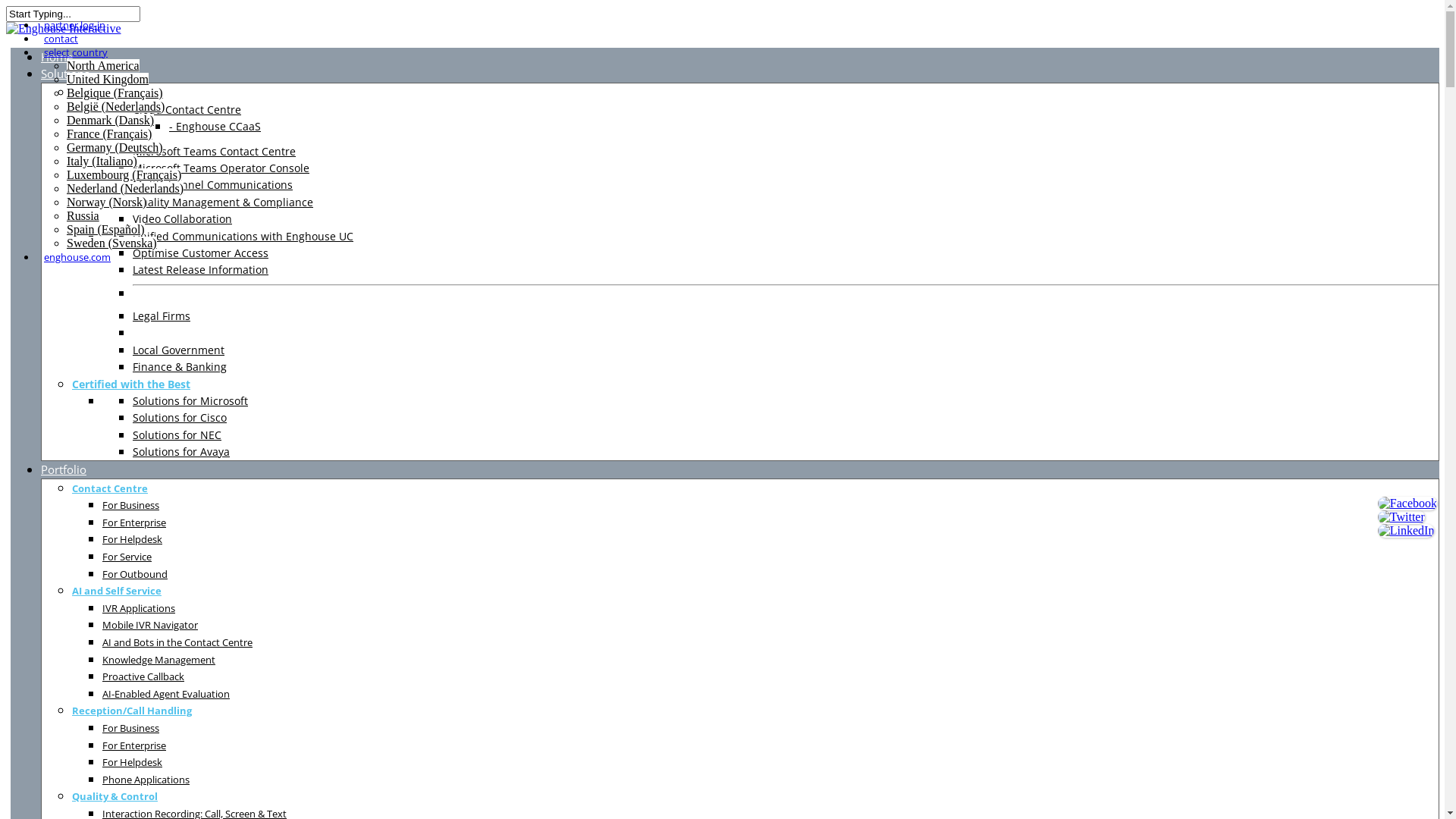 The width and height of the screenshot is (1456, 819). Describe the element at coordinates (243, 236) in the screenshot. I see `'Unified Communications with Enghouse UC'` at that location.